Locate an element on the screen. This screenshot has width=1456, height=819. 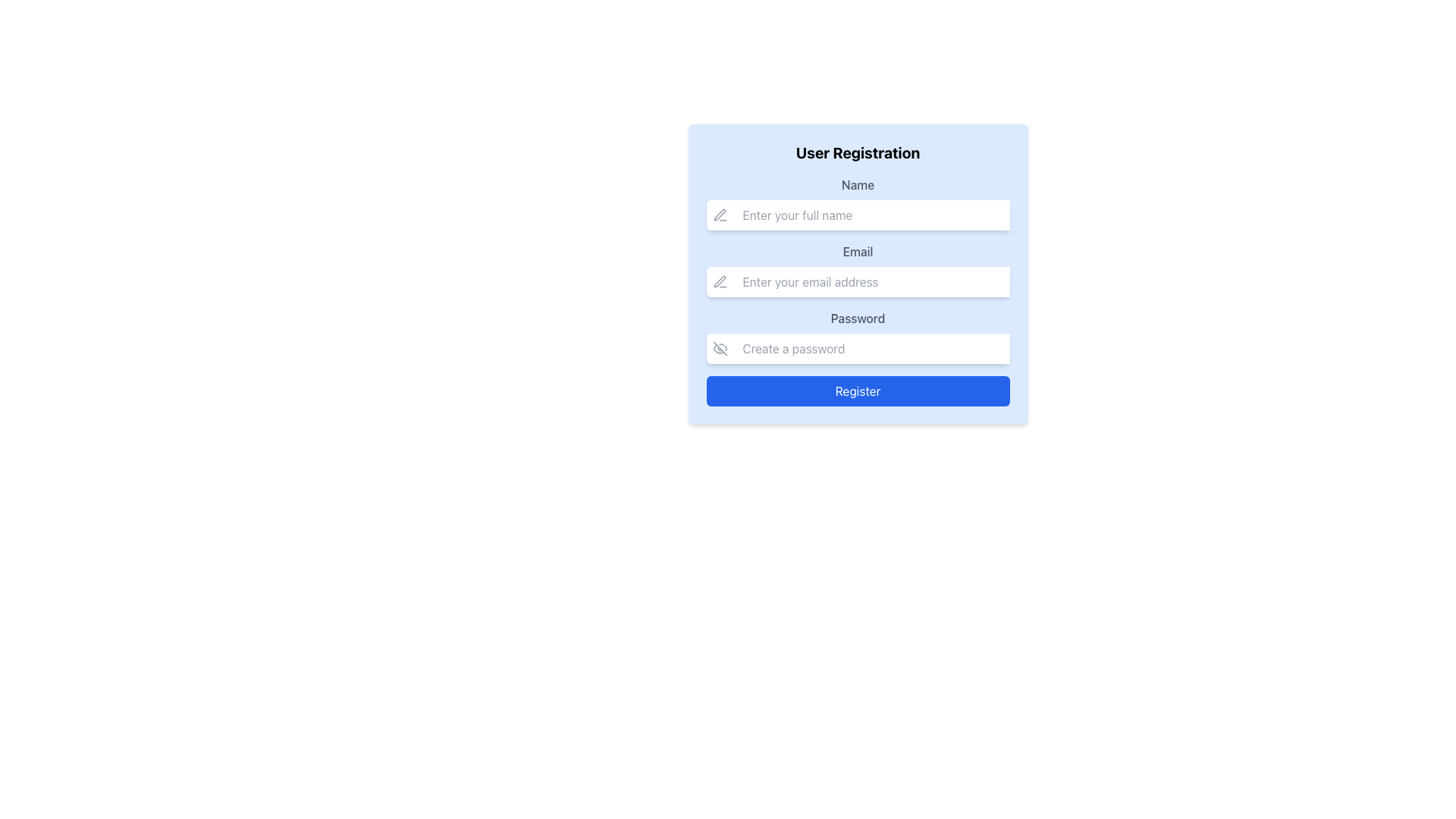
the 'Password' text label in the User Registration form, which is styled in gray serif font and positioned above the Password input field is located at coordinates (858, 318).